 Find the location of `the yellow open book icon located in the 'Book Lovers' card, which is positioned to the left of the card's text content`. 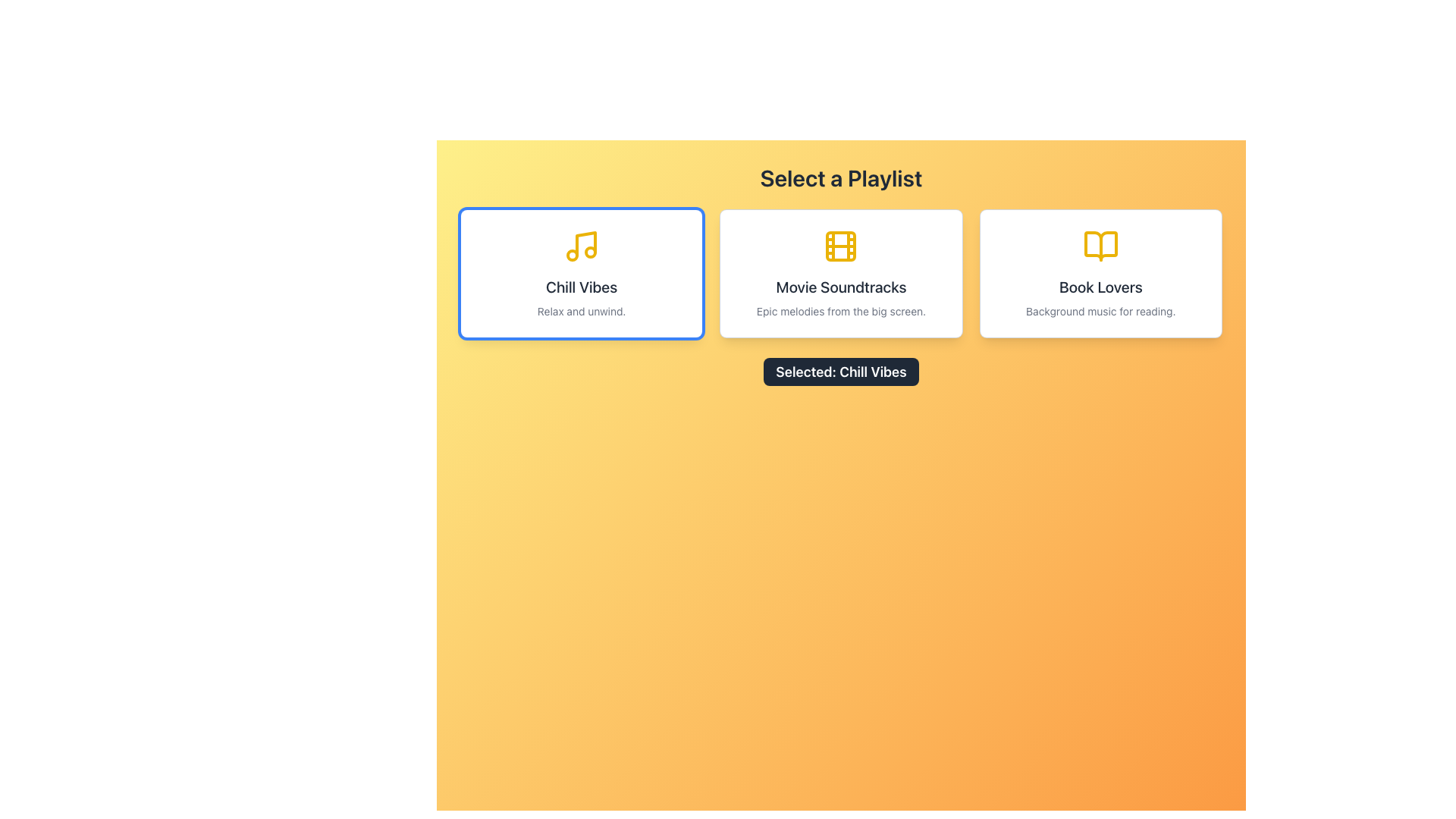

the yellow open book icon located in the 'Book Lovers' card, which is positioned to the left of the card's text content is located at coordinates (1100, 245).